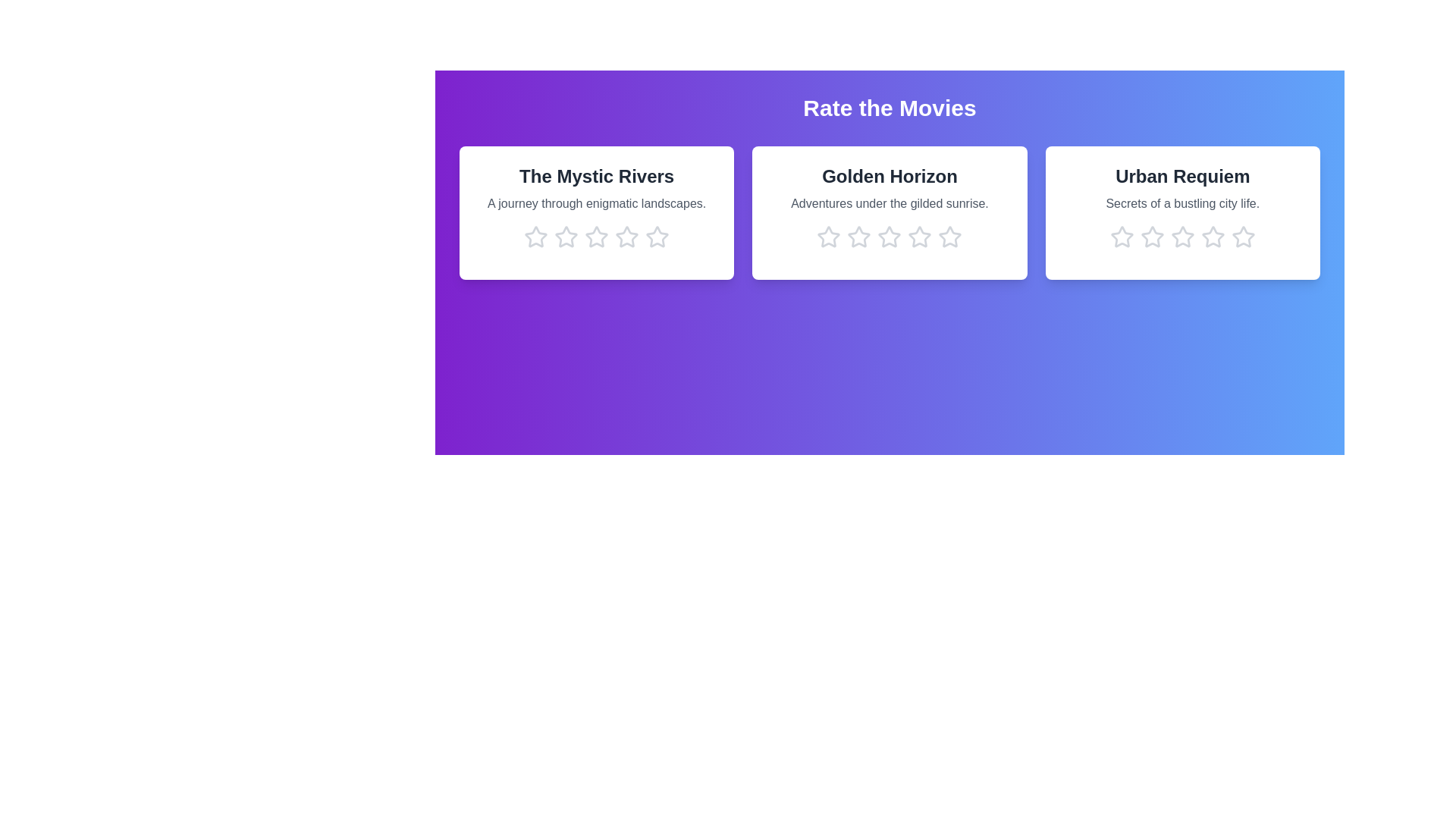  What do you see at coordinates (859, 237) in the screenshot?
I see `the star corresponding to 2 stars in the movie card titled 'Golden Horizon'` at bounding box center [859, 237].